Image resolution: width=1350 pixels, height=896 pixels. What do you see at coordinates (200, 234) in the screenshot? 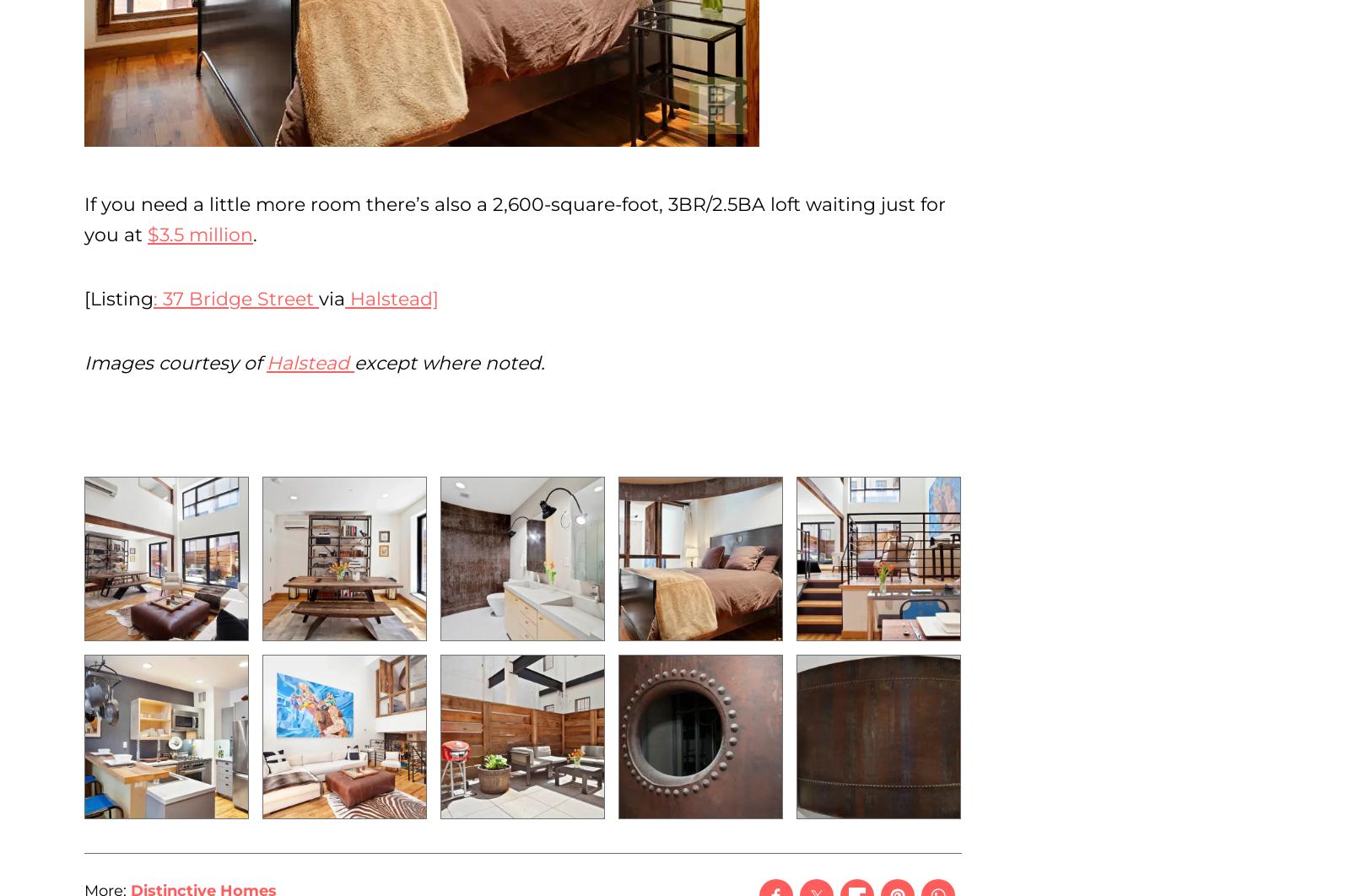
I see `'$3.5 million'` at bounding box center [200, 234].